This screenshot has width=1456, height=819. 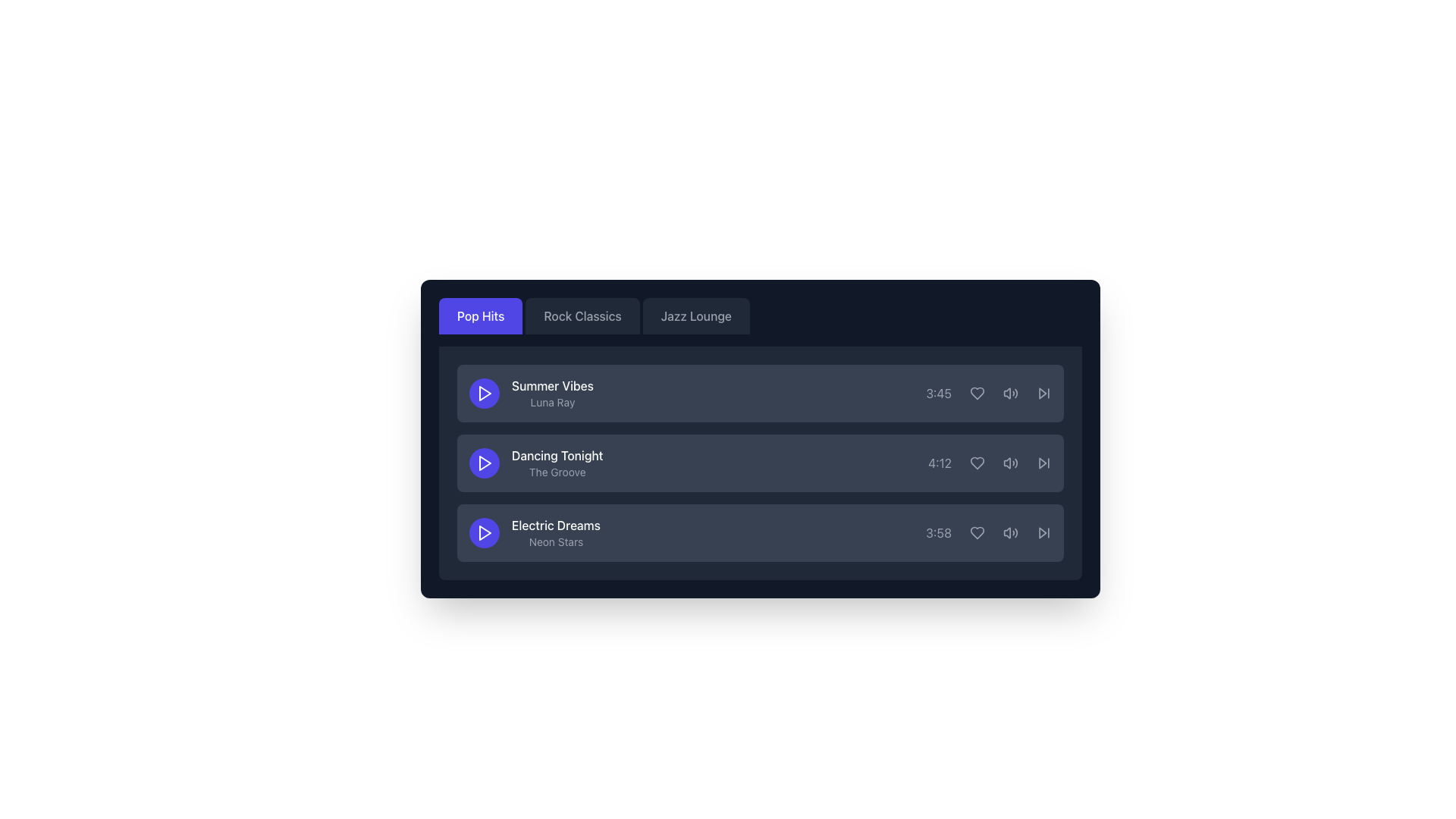 I want to click on displayed text 'Electric Dreams' which is shown in bold white, with 'Neon Stars' in smaller gray text below it, positioned to the right of a circular play button, and is the third item in a vertical list of music tracks, so click(x=535, y=532).